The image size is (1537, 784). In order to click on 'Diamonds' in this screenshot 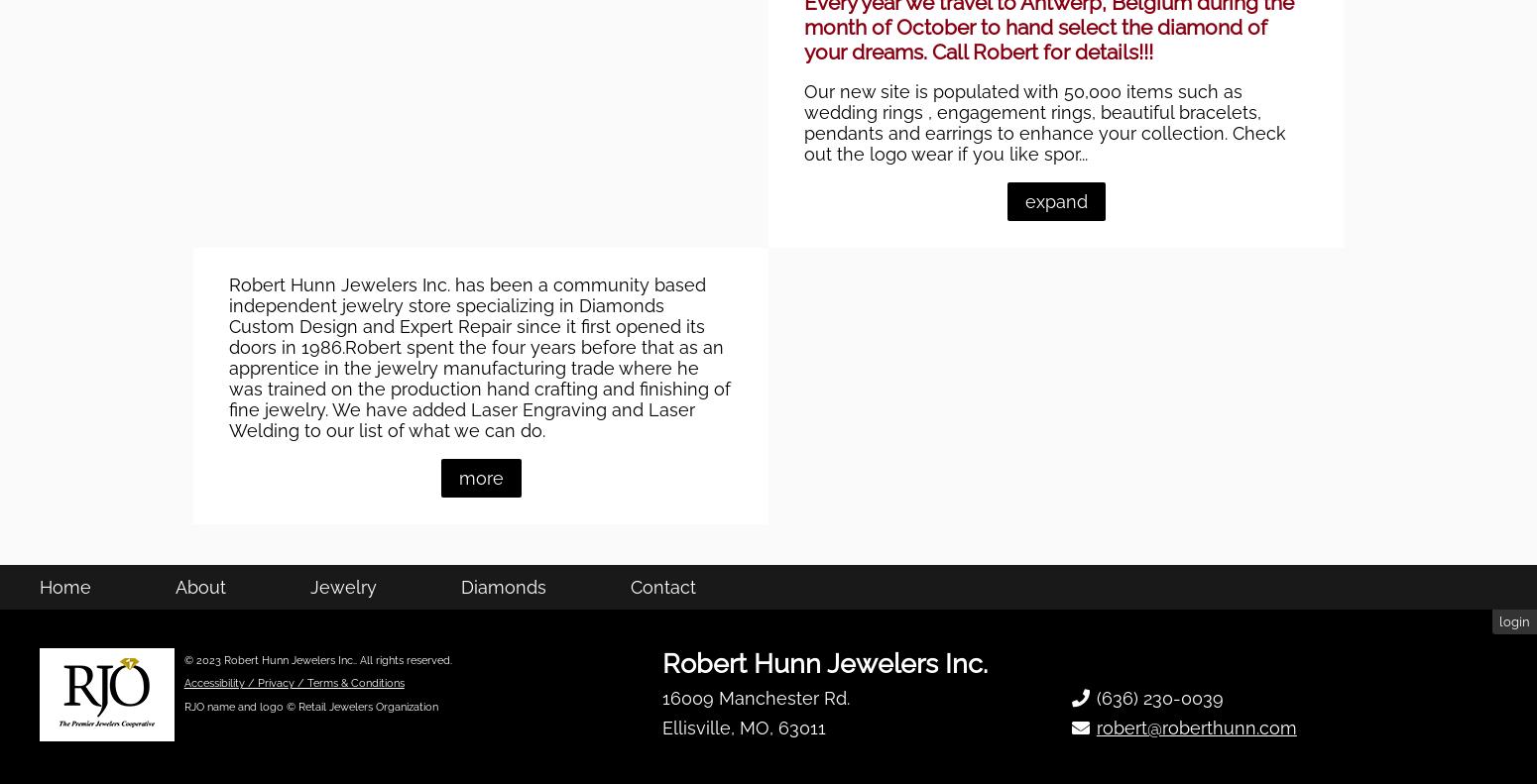, I will do `click(502, 689)`.